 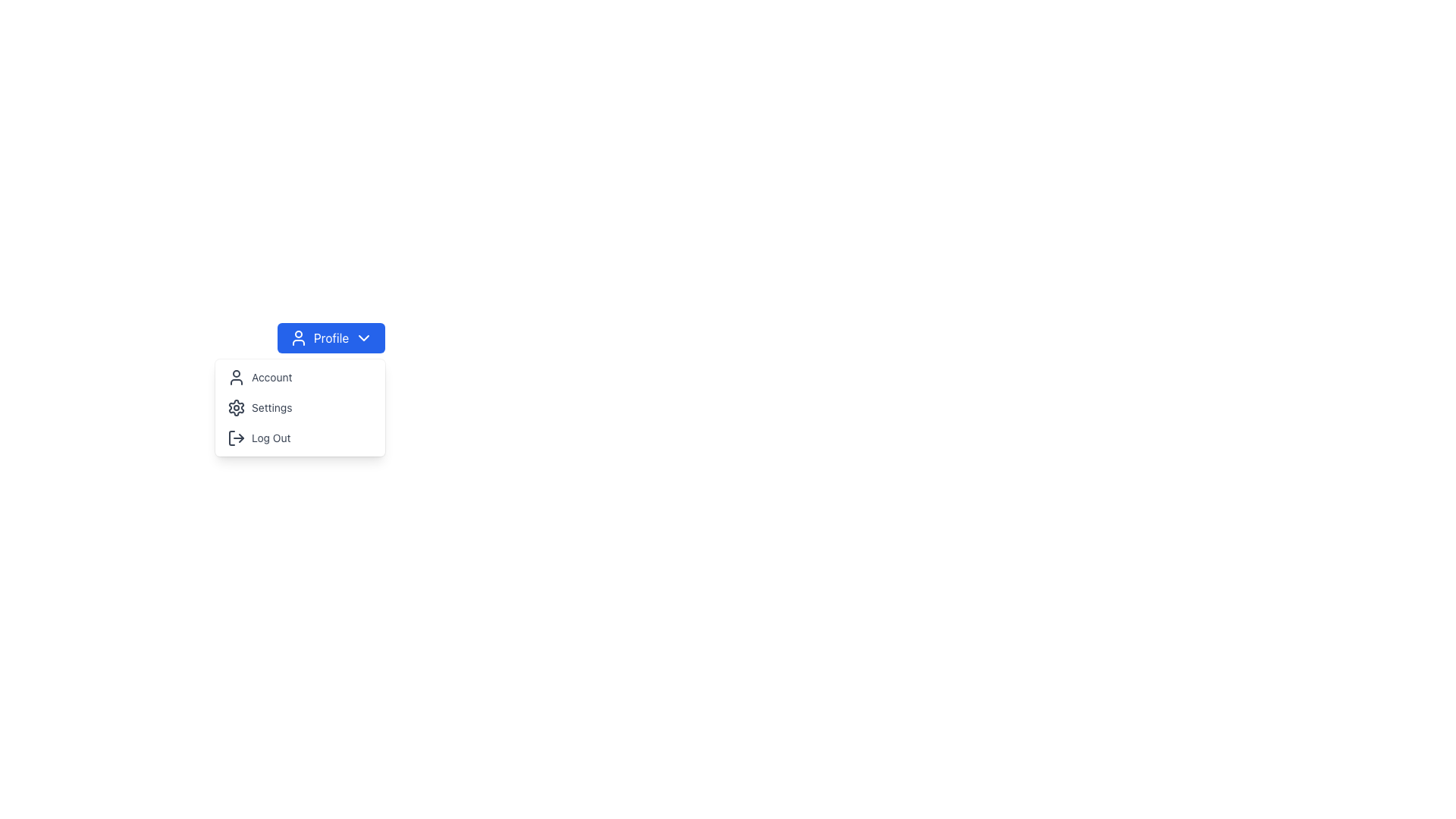 What do you see at coordinates (236, 438) in the screenshot?
I see `the 'Log Out' icon located beside the 'Log Out' text in the dropdown menu that appears after clicking the 'Profile' button to initiate logout` at bounding box center [236, 438].